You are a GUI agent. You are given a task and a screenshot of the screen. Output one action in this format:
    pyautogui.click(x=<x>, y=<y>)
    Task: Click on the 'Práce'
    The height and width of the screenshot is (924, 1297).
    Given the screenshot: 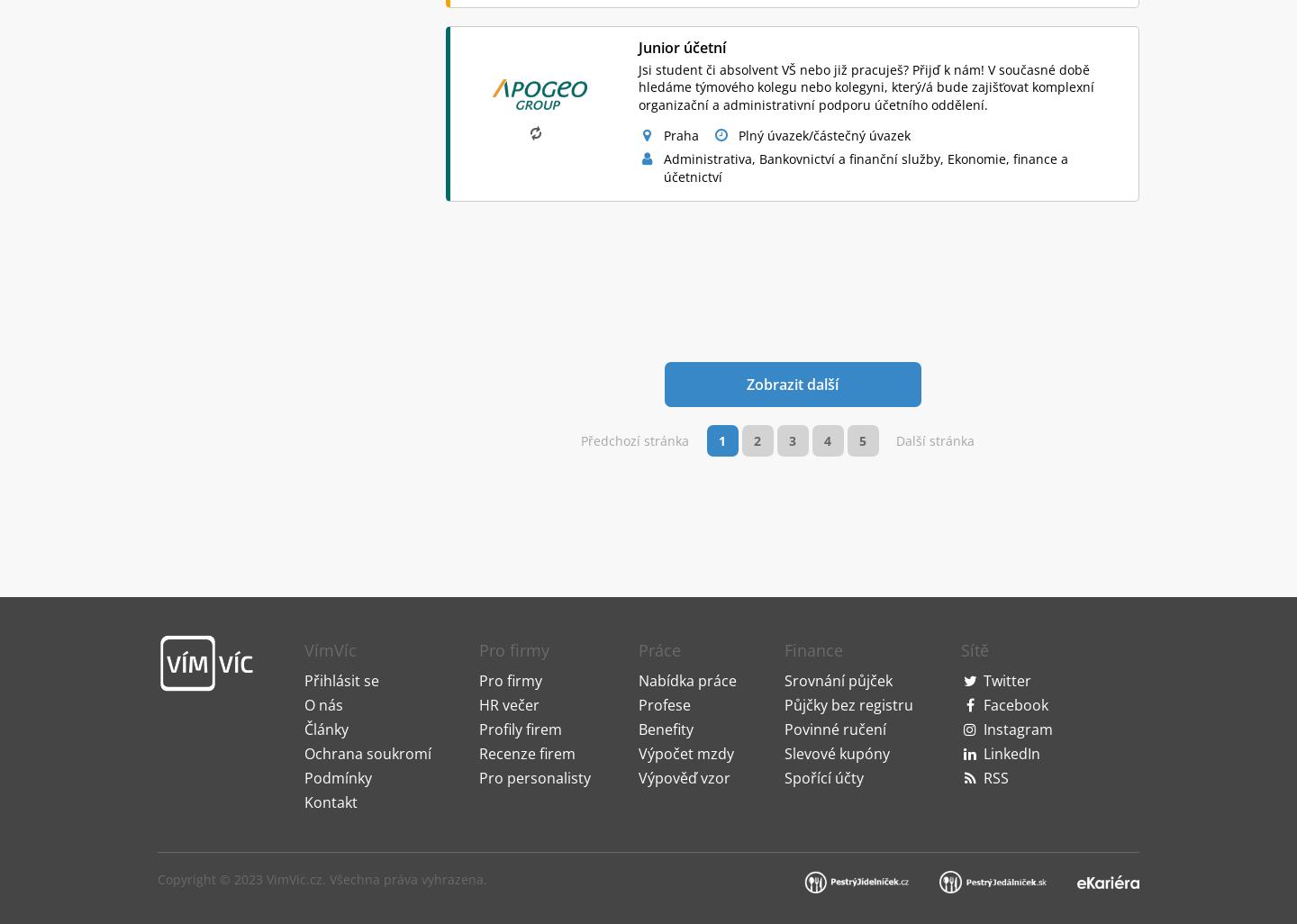 What is the action you would take?
    pyautogui.click(x=639, y=441)
    